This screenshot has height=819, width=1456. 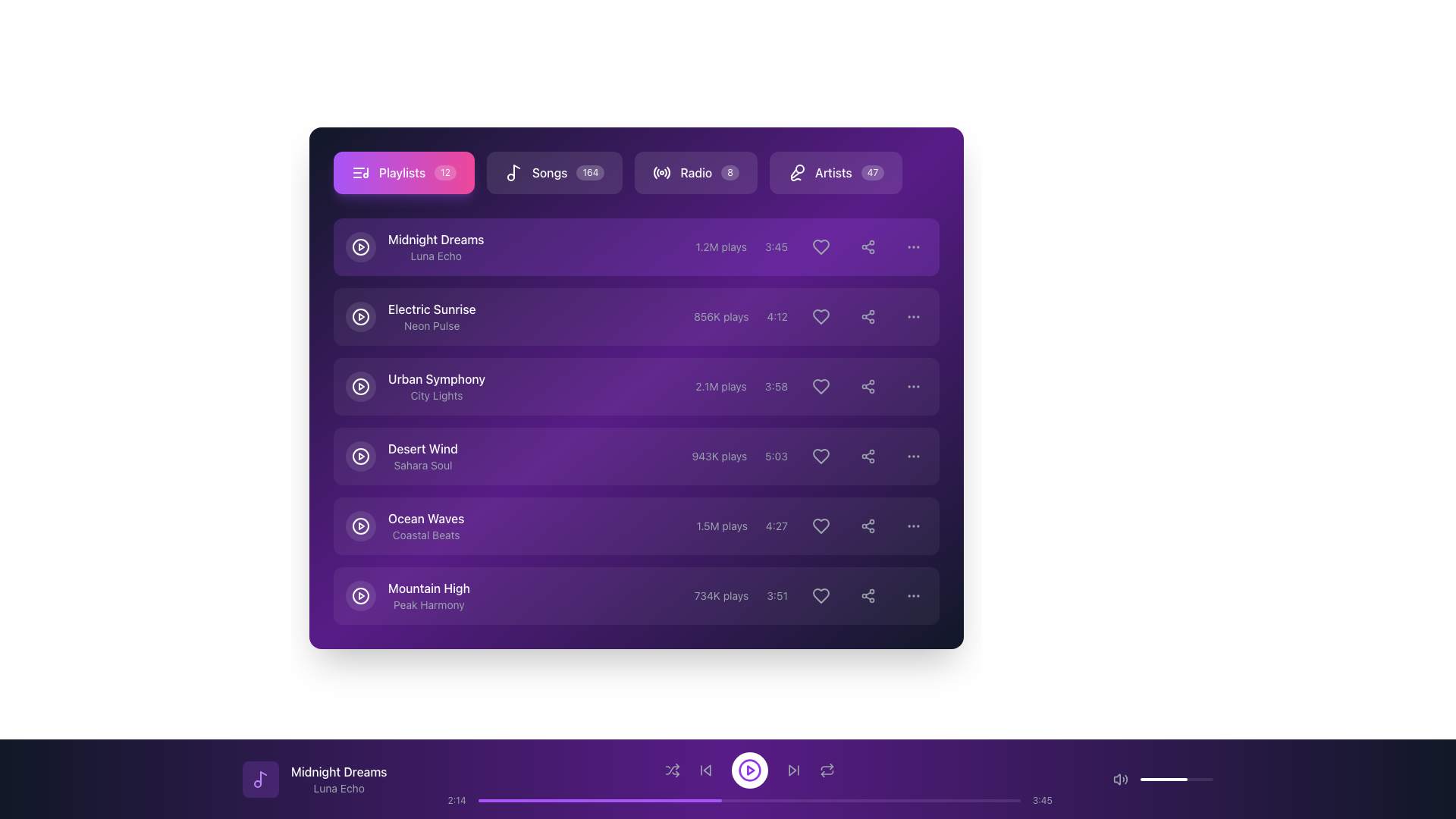 What do you see at coordinates (1148, 780) in the screenshot?
I see `the slider's value` at bounding box center [1148, 780].